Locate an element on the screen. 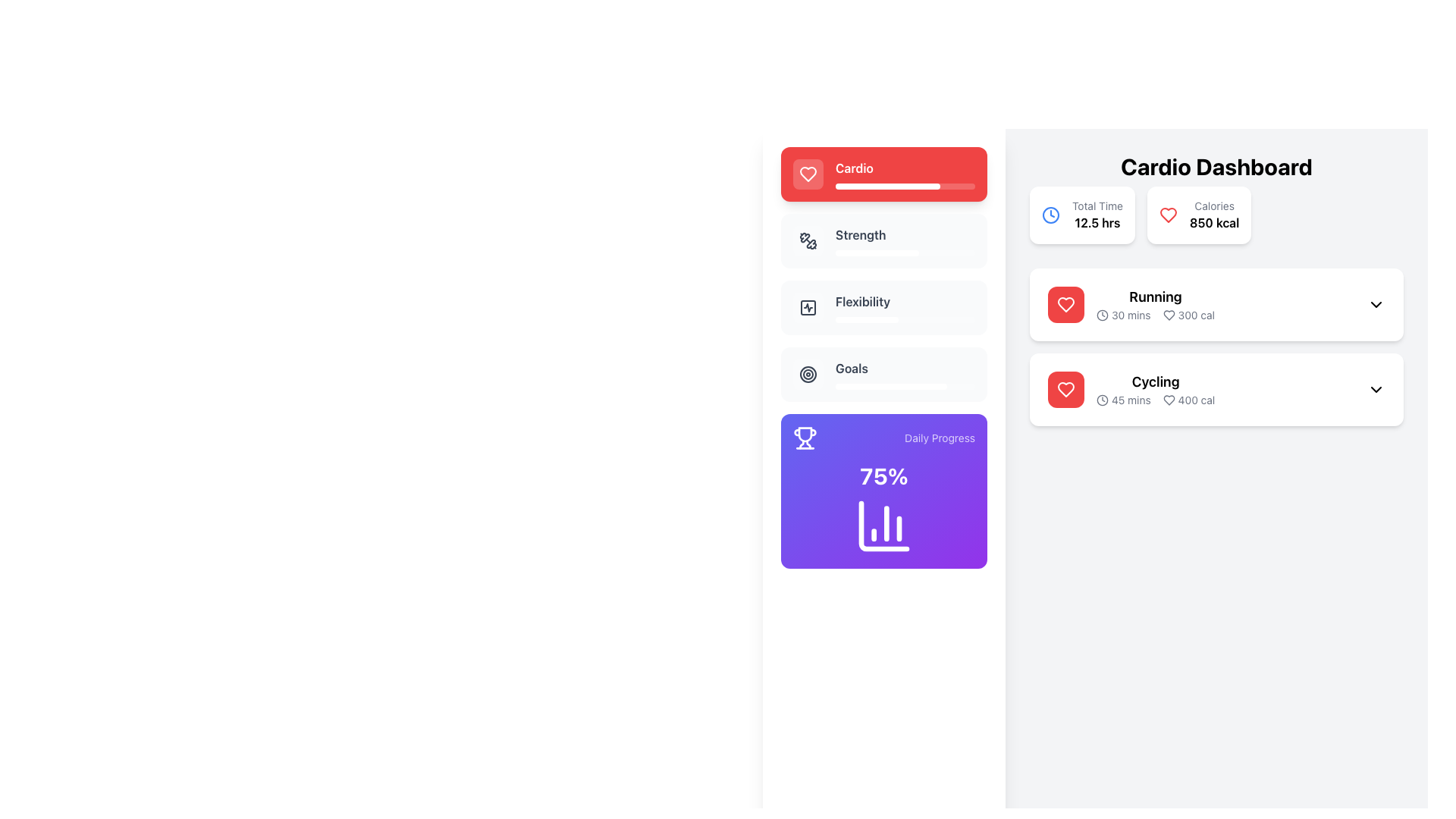 The height and width of the screenshot is (819, 1456). the middle circular shape in the three-layered target-like design within the SVG graphic is located at coordinates (807, 374).